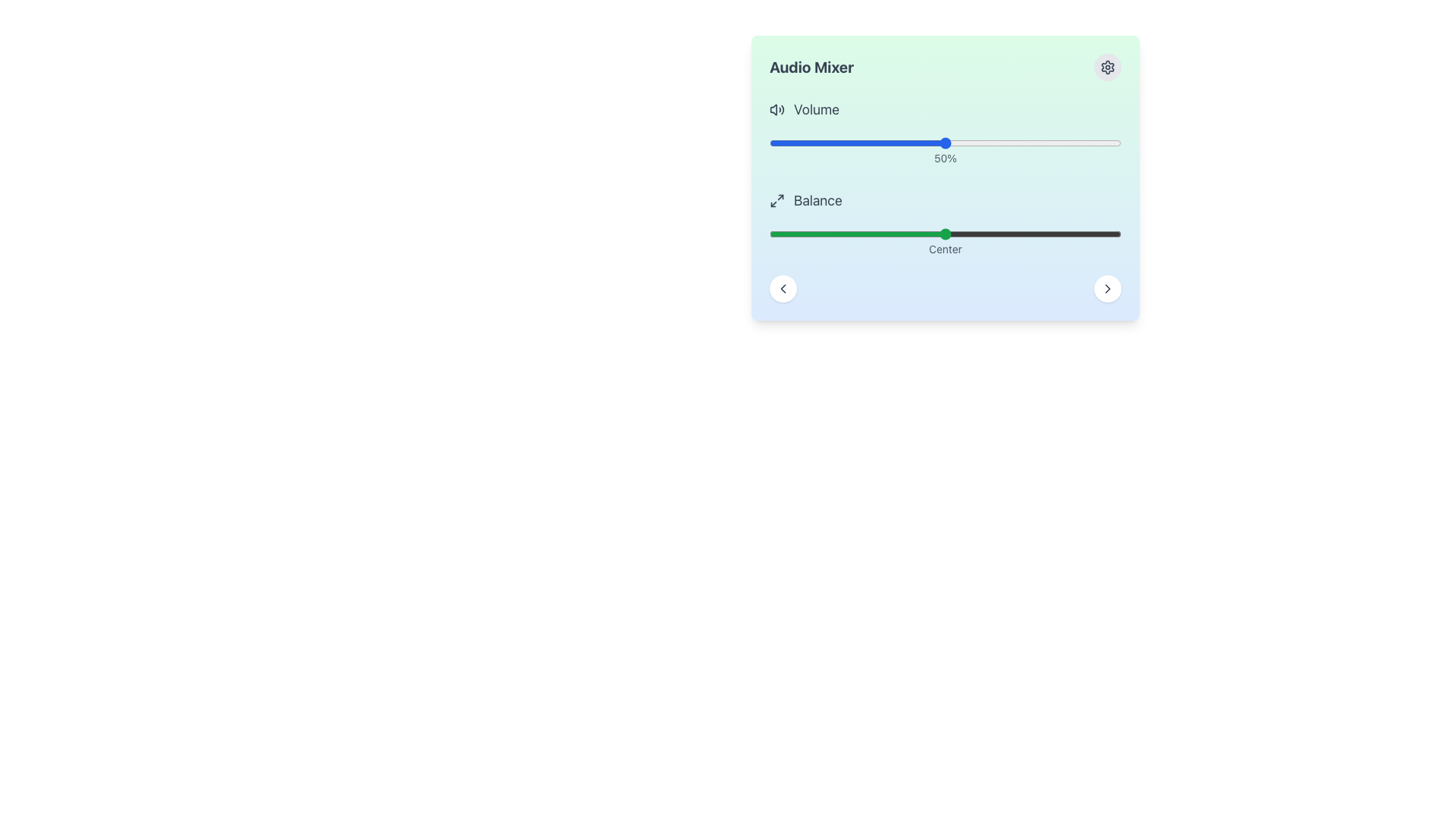  Describe the element at coordinates (789, 143) in the screenshot. I see `the volume` at that location.